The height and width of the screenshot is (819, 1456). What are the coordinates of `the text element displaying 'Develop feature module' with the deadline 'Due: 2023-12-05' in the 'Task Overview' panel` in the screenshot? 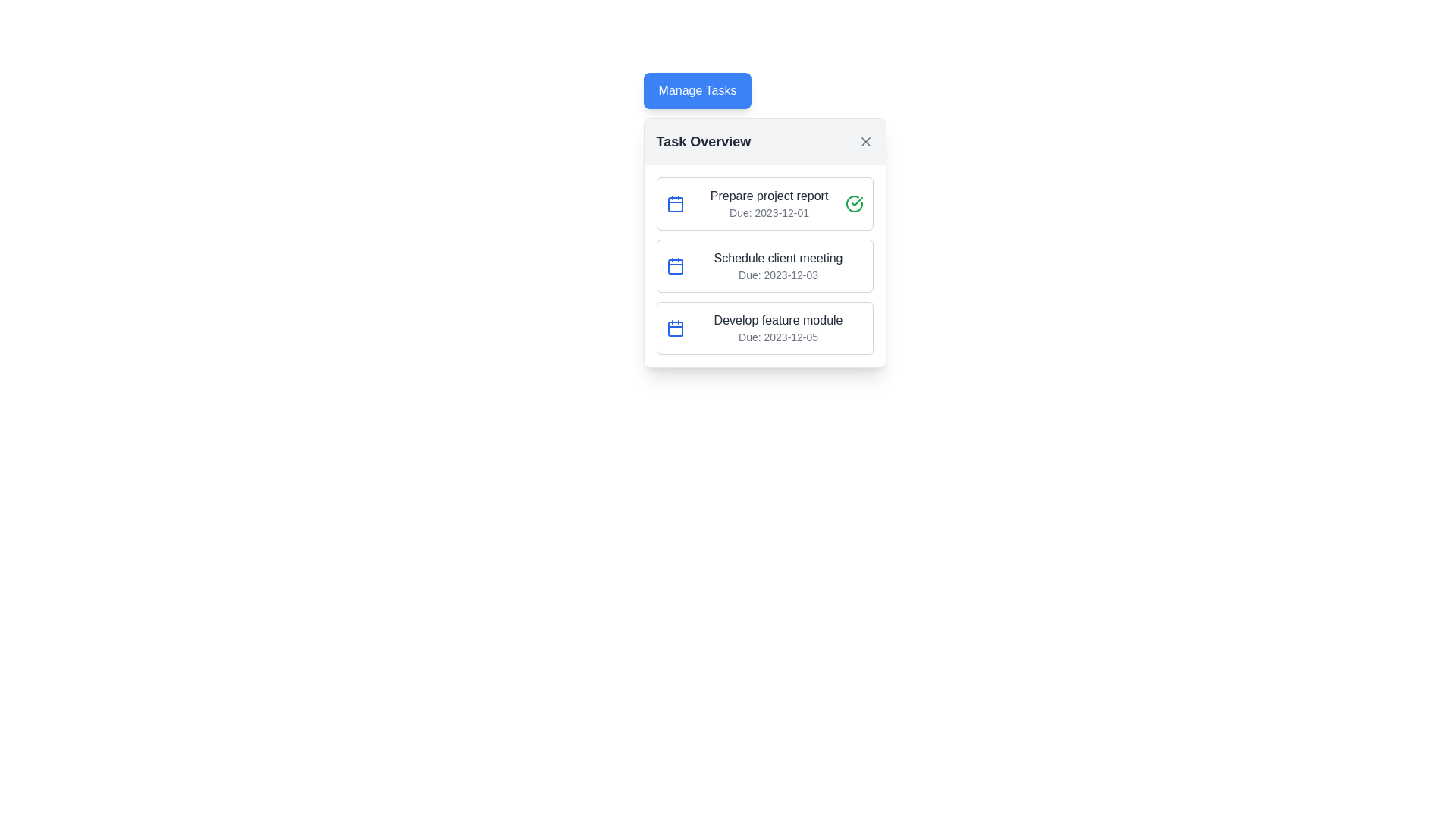 It's located at (778, 327).